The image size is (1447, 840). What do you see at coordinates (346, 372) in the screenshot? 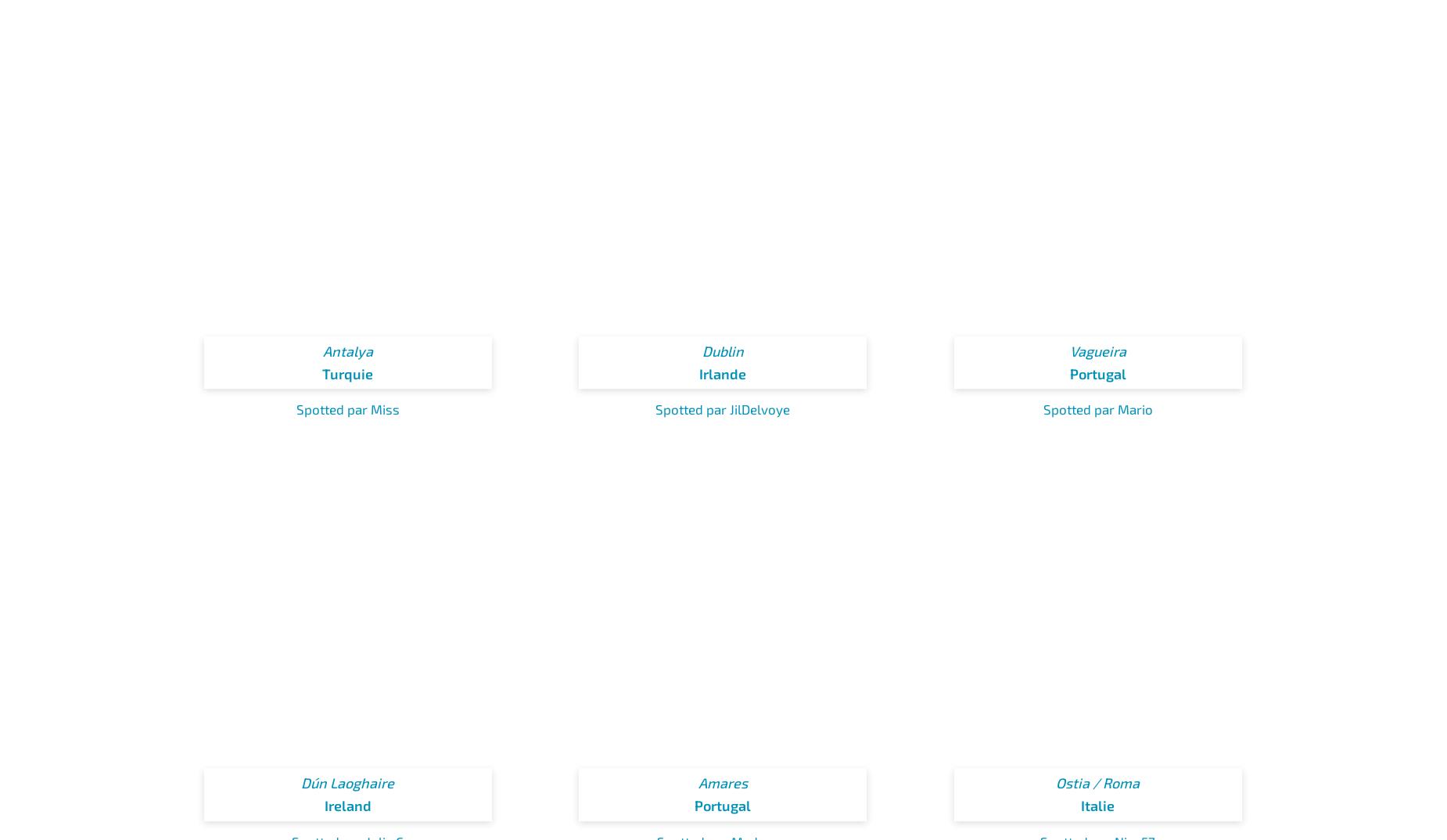
I see `'Turquie'` at bounding box center [346, 372].